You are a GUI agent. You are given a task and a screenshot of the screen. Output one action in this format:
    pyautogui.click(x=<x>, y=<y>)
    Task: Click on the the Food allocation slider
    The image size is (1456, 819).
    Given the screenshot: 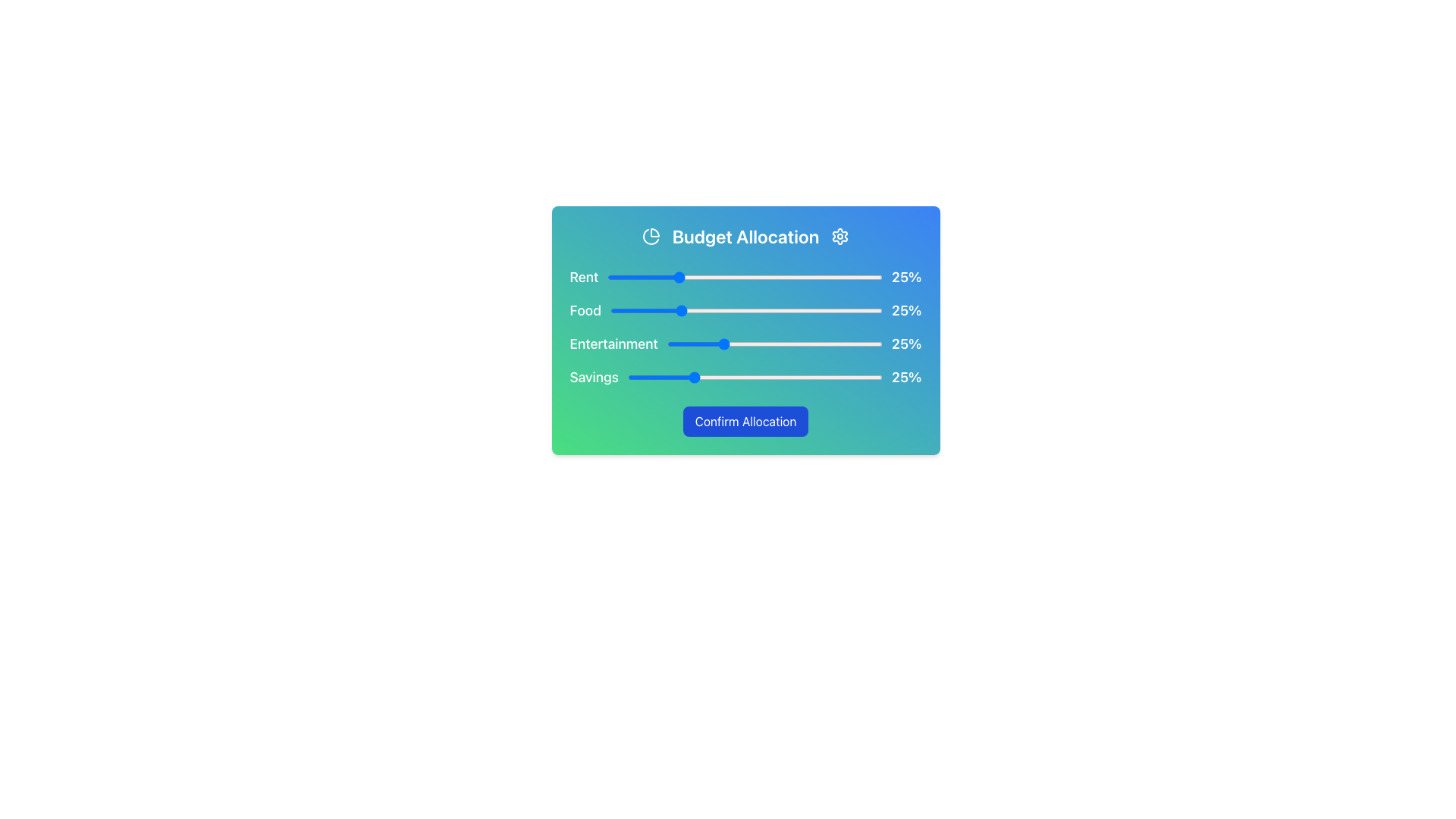 What is the action you would take?
    pyautogui.click(x=787, y=309)
    